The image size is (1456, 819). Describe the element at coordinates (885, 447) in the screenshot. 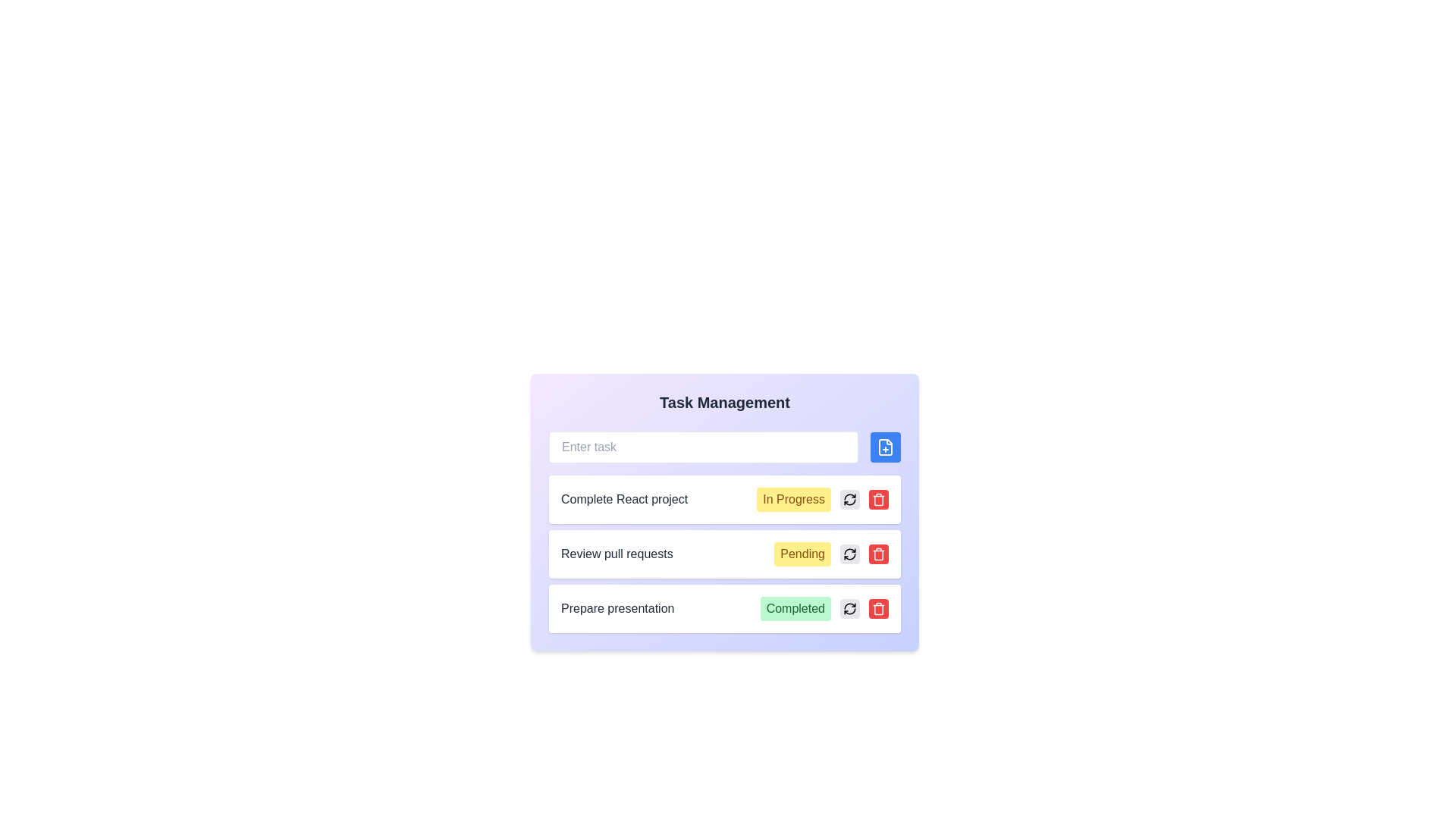

I see `the blue square icon button featuring an outlined document with a plus sign at its center, located at the right end of the 'Enter task' input field in the task management interface` at that location.